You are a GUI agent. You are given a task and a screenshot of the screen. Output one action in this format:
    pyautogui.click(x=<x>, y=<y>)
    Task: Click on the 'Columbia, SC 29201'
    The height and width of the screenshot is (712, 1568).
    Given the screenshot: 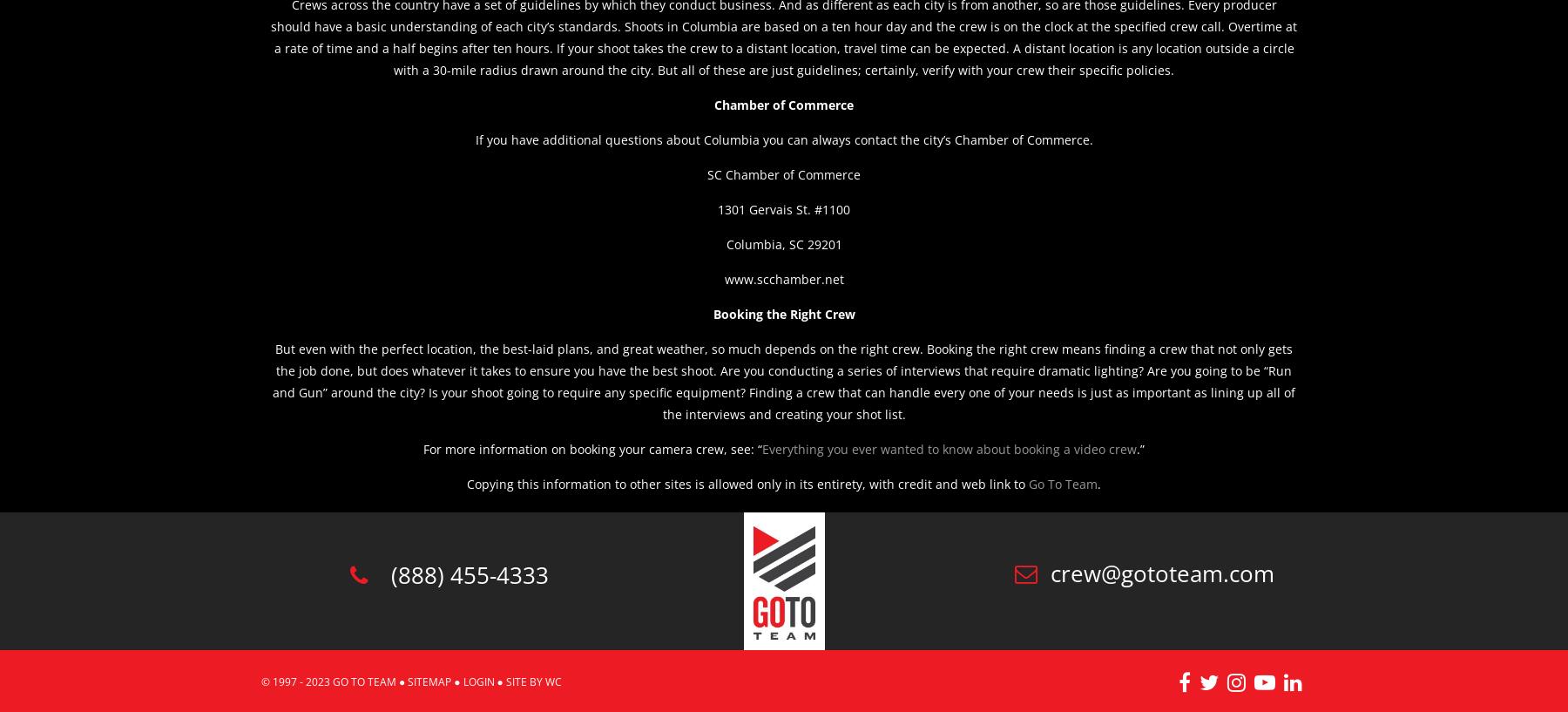 What is the action you would take?
    pyautogui.click(x=783, y=244)
    